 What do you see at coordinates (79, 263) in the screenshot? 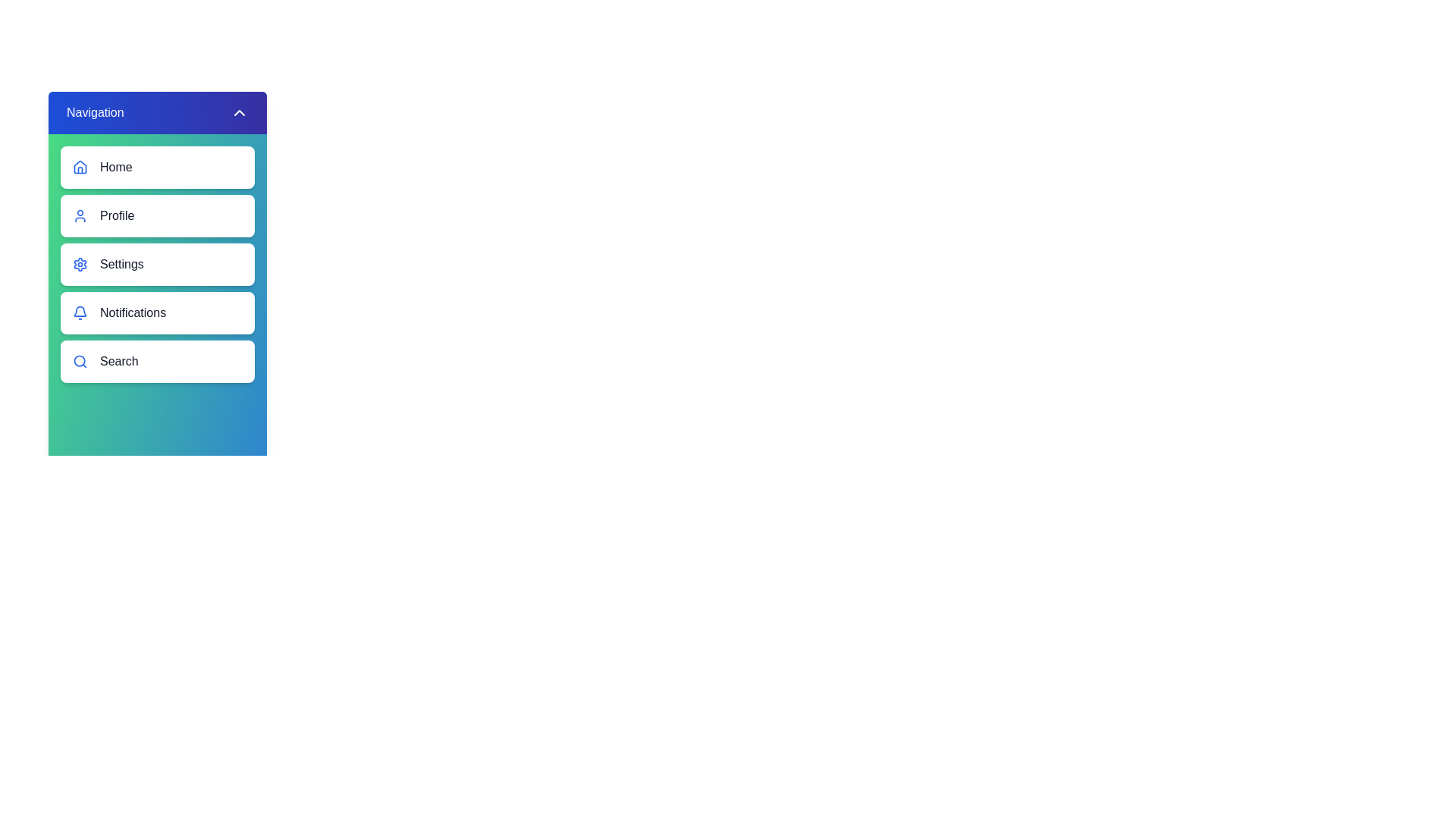
I see `the blue gear-shaped icon located to the left of the 'Settings' text within the third button of the navigation options` at bounding box center [79, 263].